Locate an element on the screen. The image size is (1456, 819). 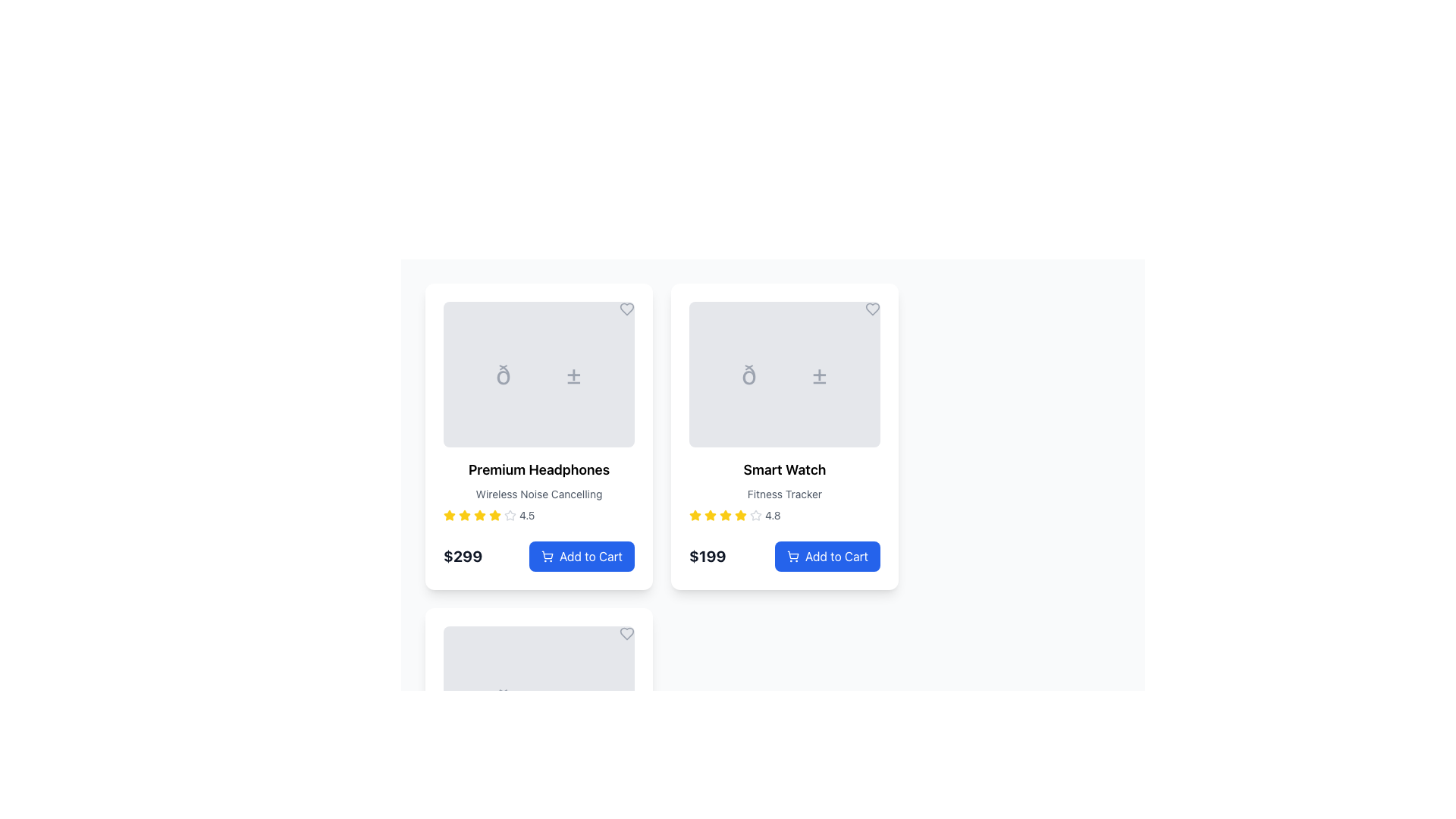
the blue 'Add to Cart' button containing the shopping cart icon for the 'Smart Watch' product is located at coordinates (792, 556).